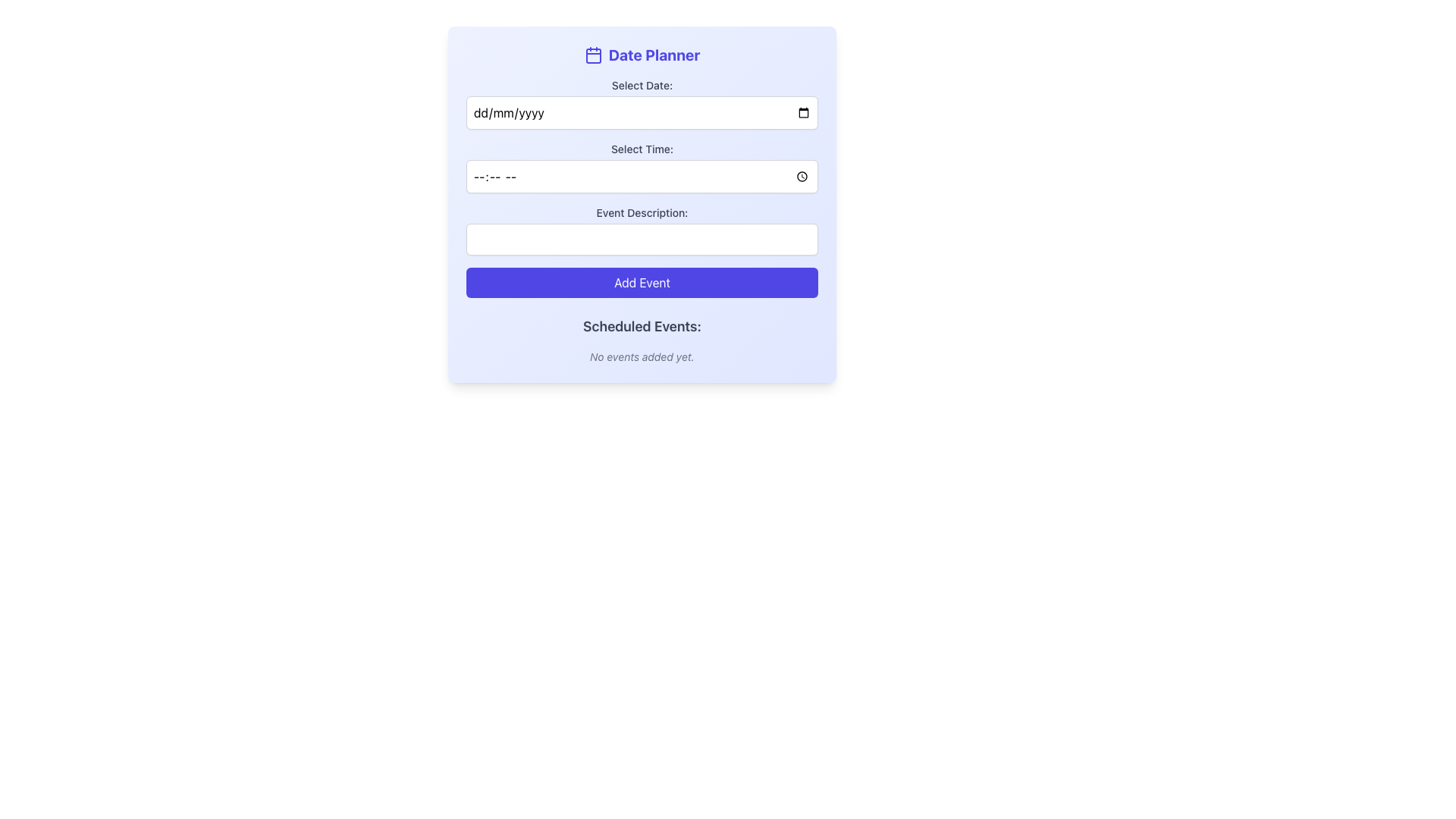 The image size is (1456, 819). What do you see at coordinates (642, 55) in the screenshot?
I see `the 'Date Planner' Text Header with Icon, which serves as a title for the section and is located at the top of the page, above the 'Select Date:' section` at bounding box center [642, 55].